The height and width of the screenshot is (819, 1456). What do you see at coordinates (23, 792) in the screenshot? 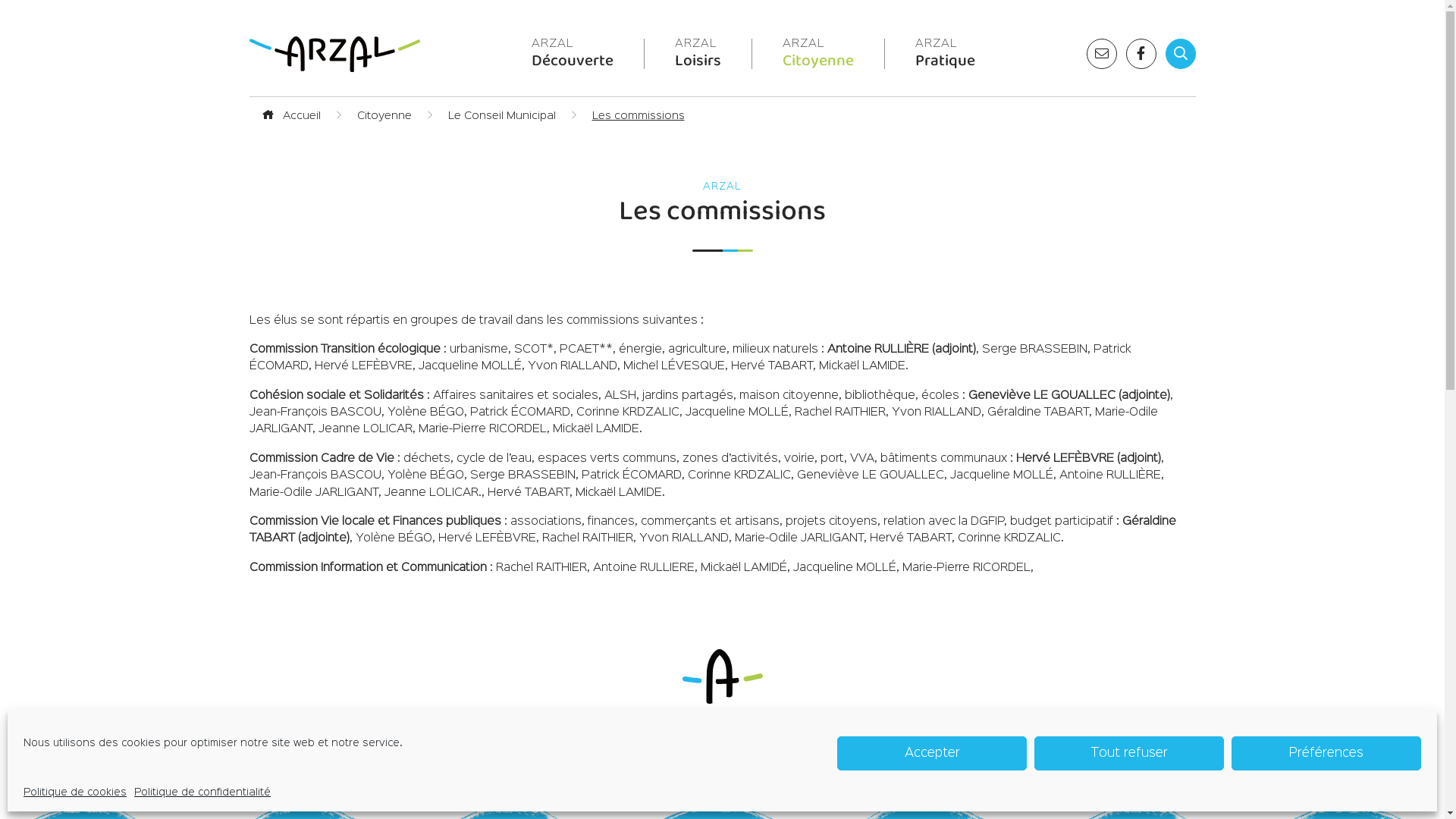
I see `'Politique de cookies'` at bounding box center [23, 792].